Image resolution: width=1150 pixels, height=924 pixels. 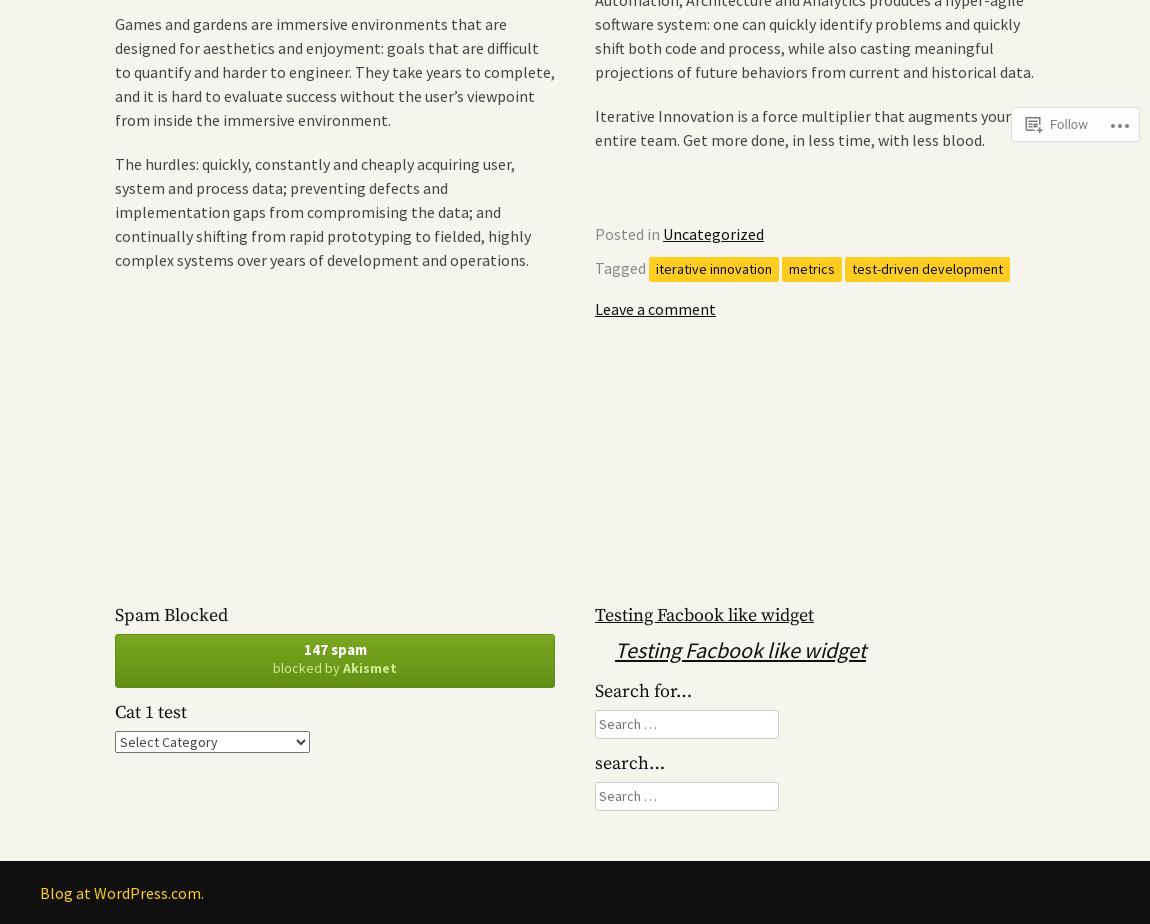 What do you see at coordinates (114, 614) in the screenshot?
I see `'Spam Blocked'` at bounding box center [114, 614].